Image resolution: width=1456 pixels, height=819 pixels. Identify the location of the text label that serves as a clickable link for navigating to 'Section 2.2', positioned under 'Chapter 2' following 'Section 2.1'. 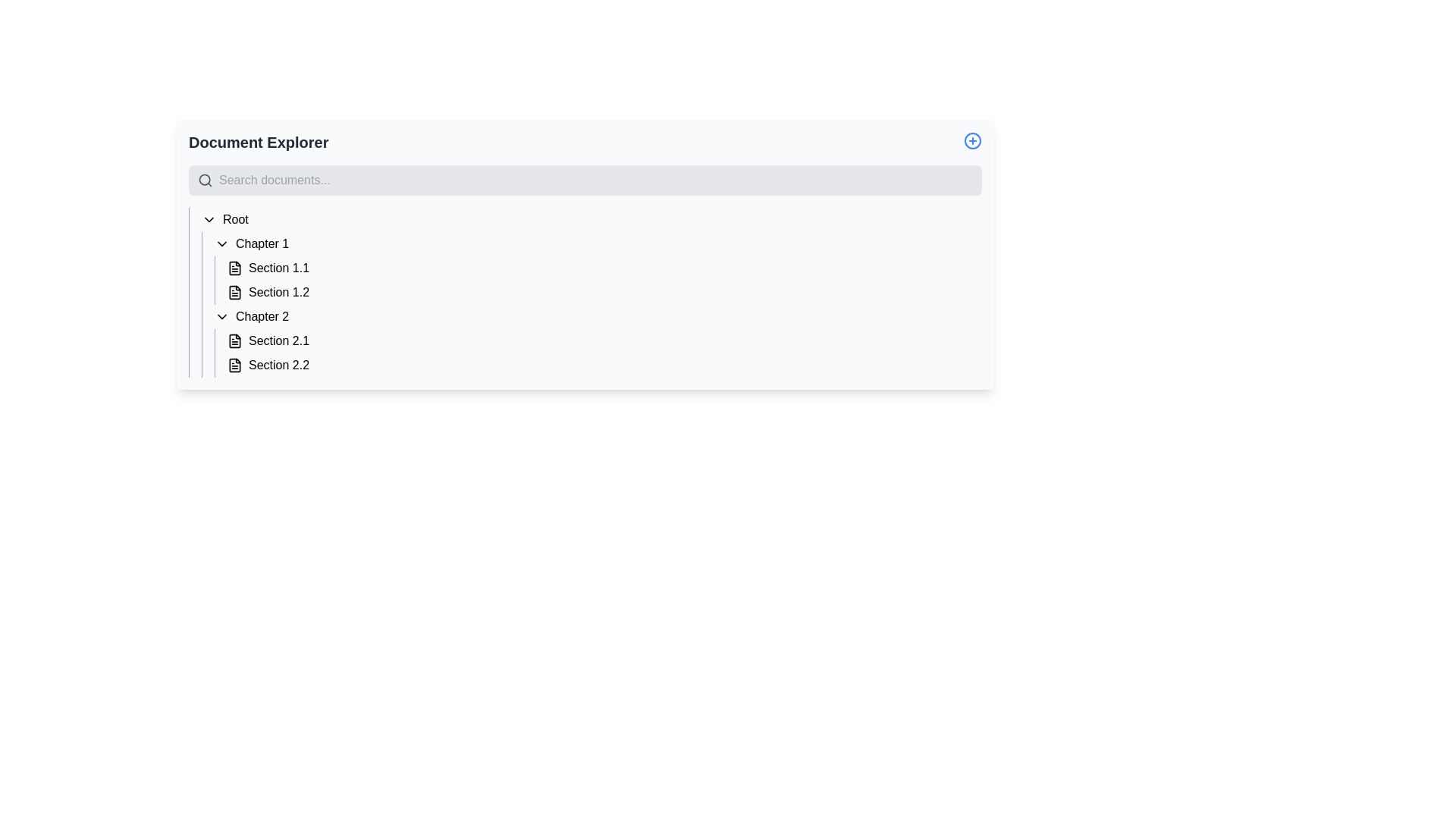
(279, 366).